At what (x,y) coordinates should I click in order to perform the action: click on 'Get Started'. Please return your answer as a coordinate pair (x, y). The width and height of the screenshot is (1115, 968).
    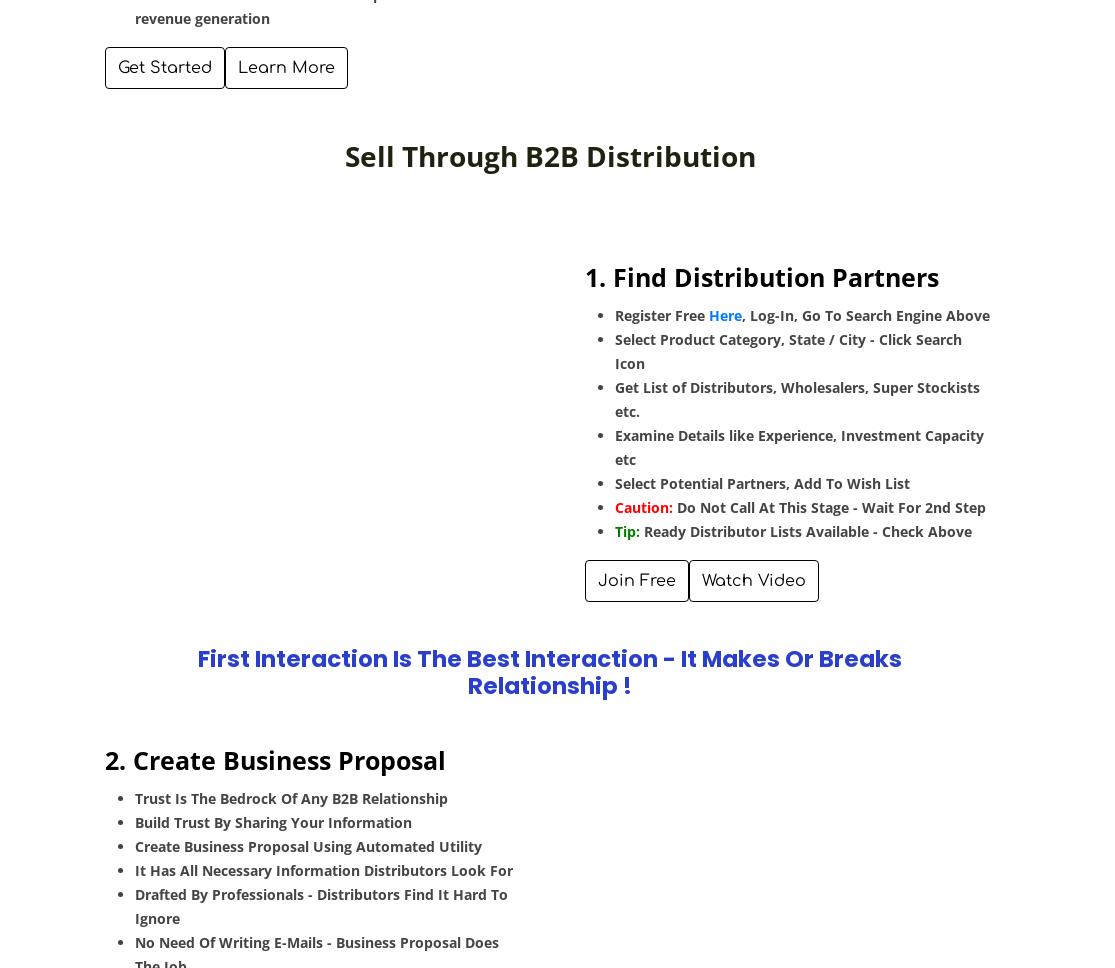
    Looking at the image, I should click on (164, 65).